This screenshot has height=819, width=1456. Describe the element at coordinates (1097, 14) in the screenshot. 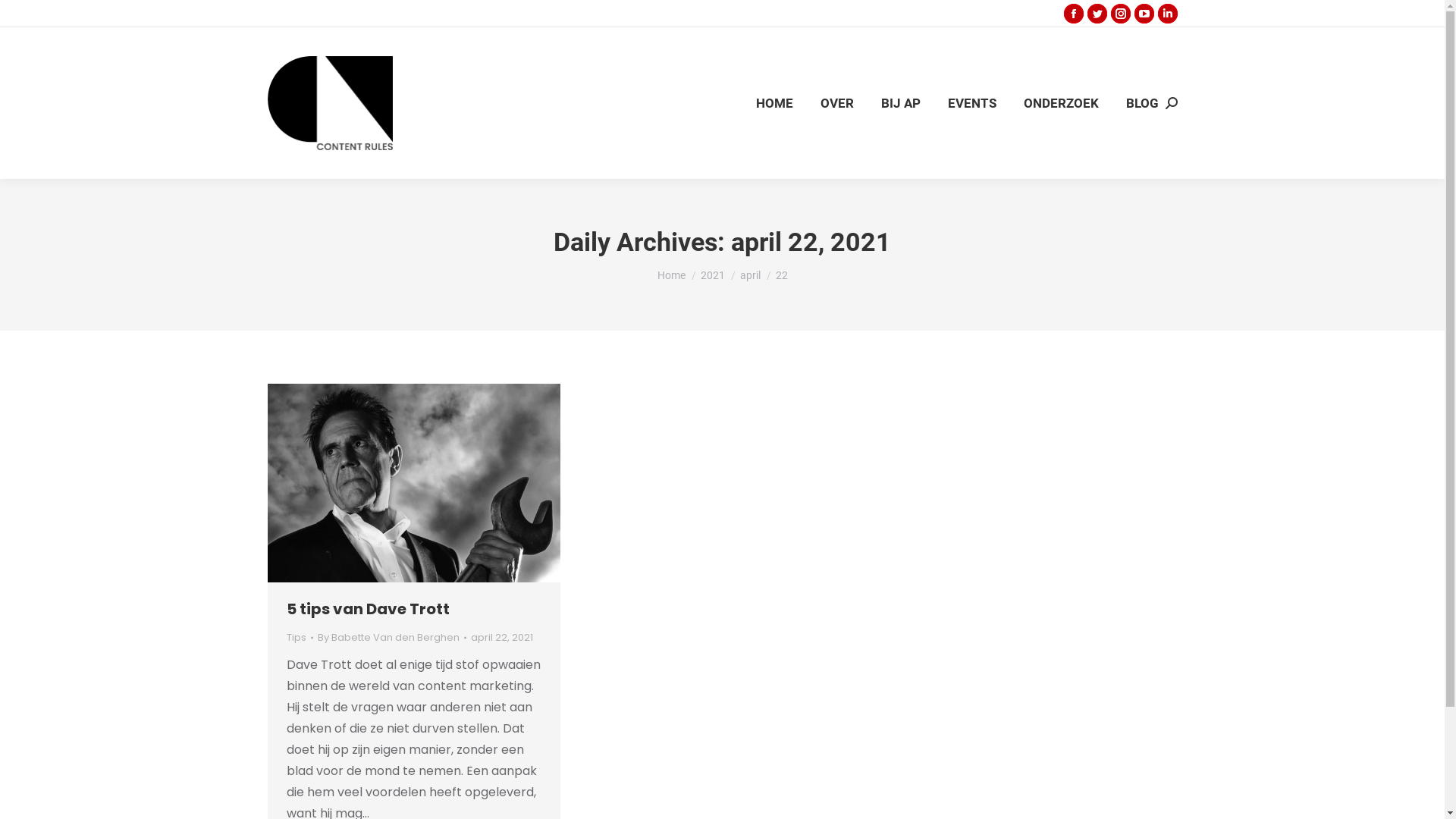

I see `'Twitter page opens in new window'` at that location.